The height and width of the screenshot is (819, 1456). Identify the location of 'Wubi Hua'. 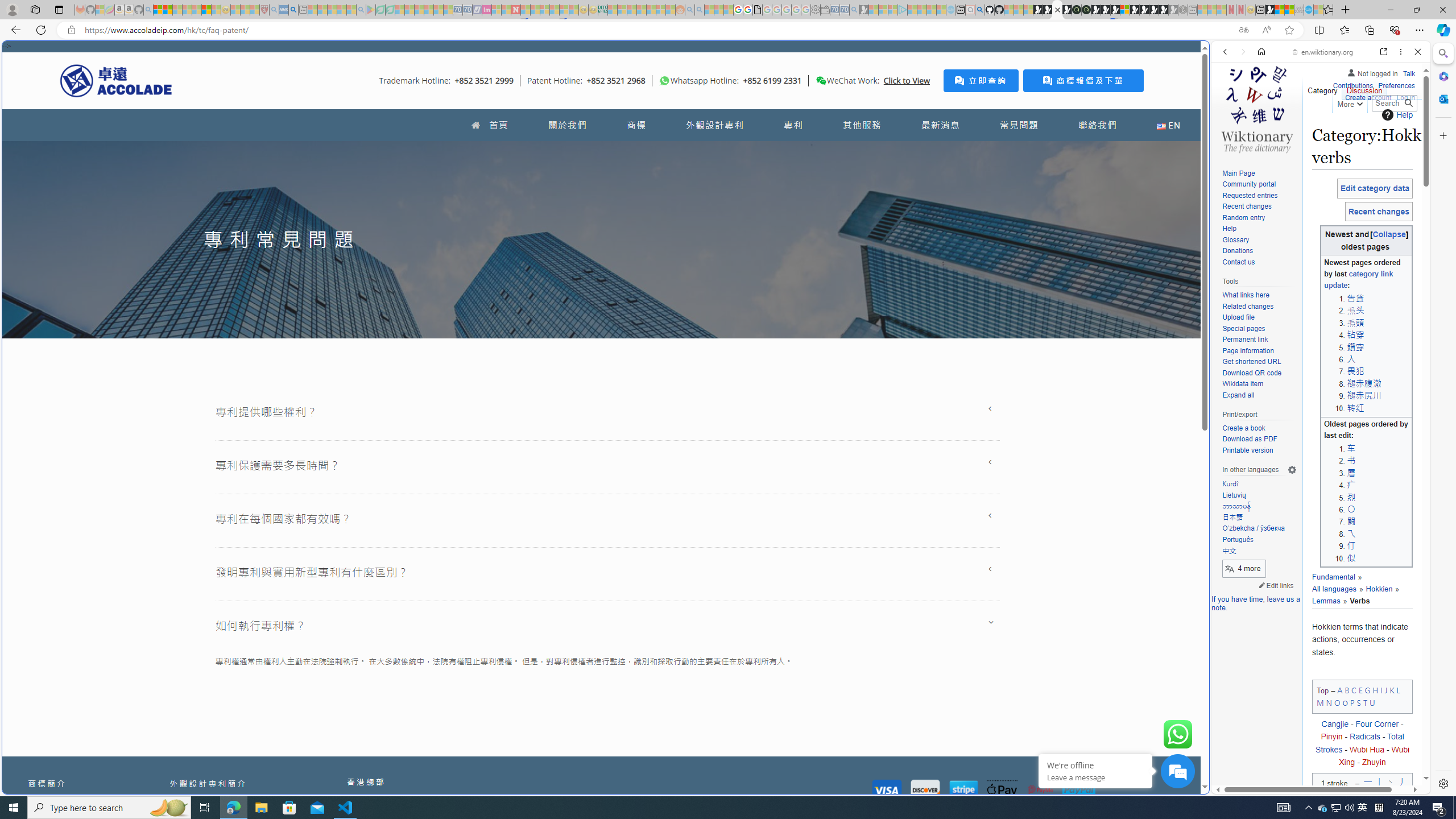
(1366, 749).